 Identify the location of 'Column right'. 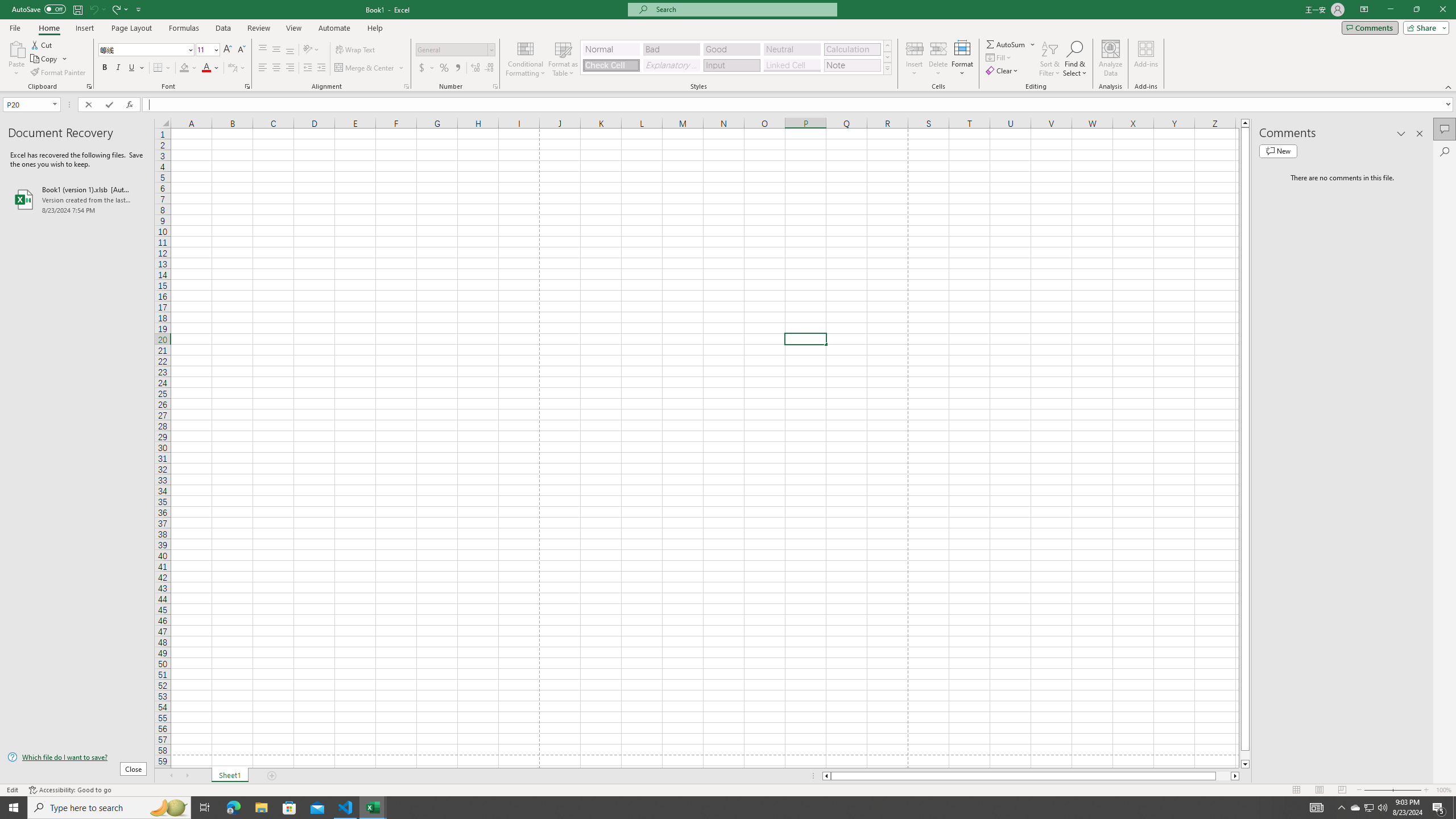
(1235, 775).